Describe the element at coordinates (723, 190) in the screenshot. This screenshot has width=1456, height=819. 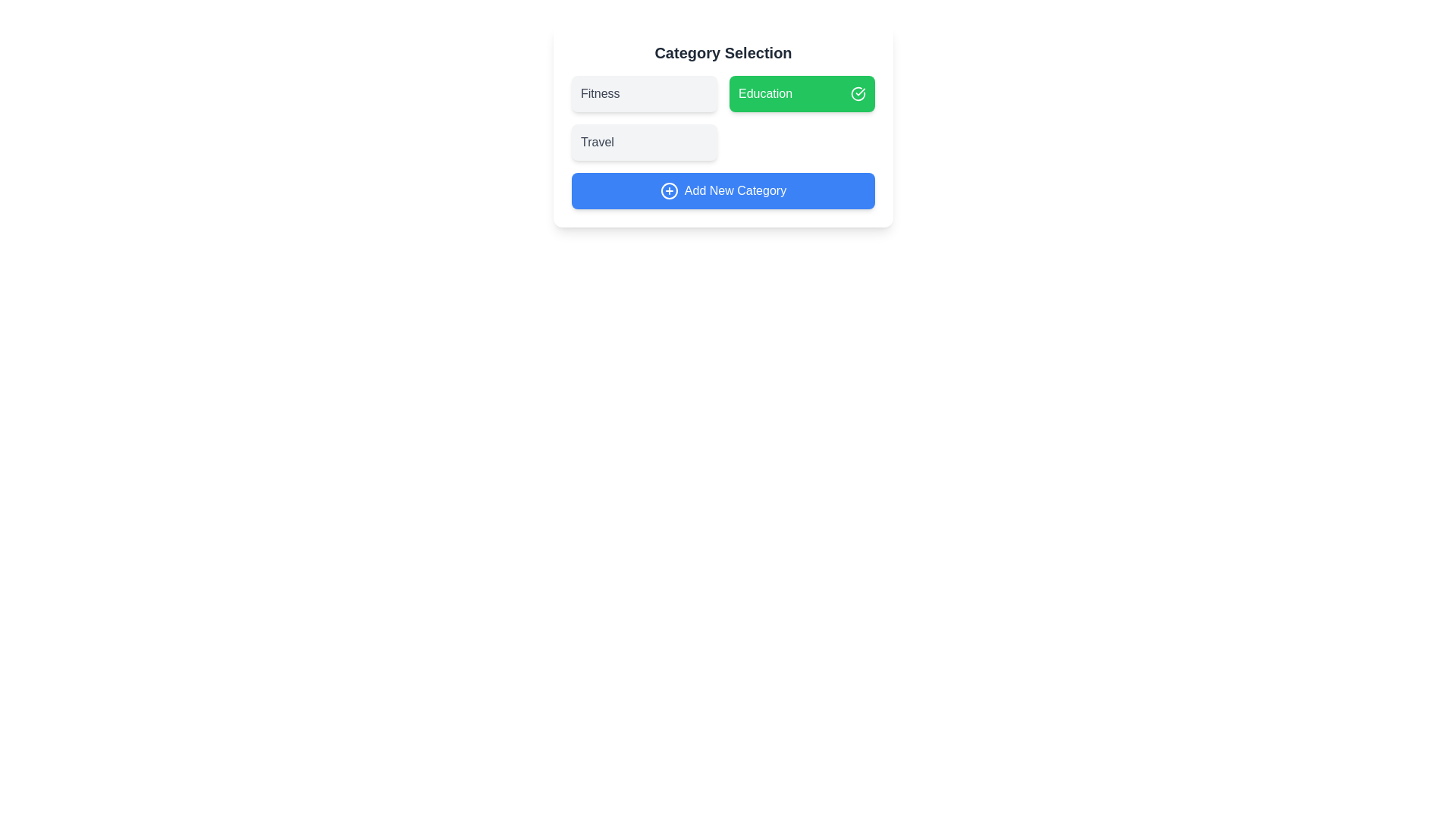
I see `'Add New Category' button to add a new category` at that location.